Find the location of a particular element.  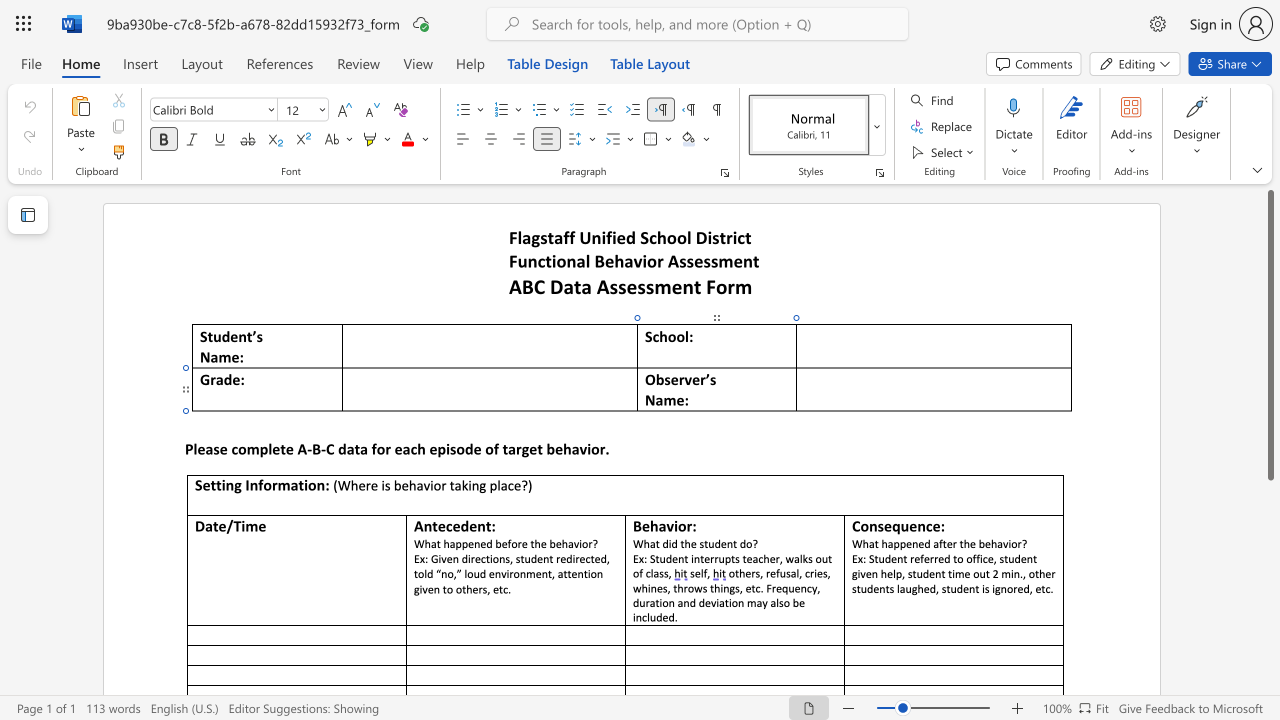

the 3th character "t" in the text is located at coordinates (551, 558).